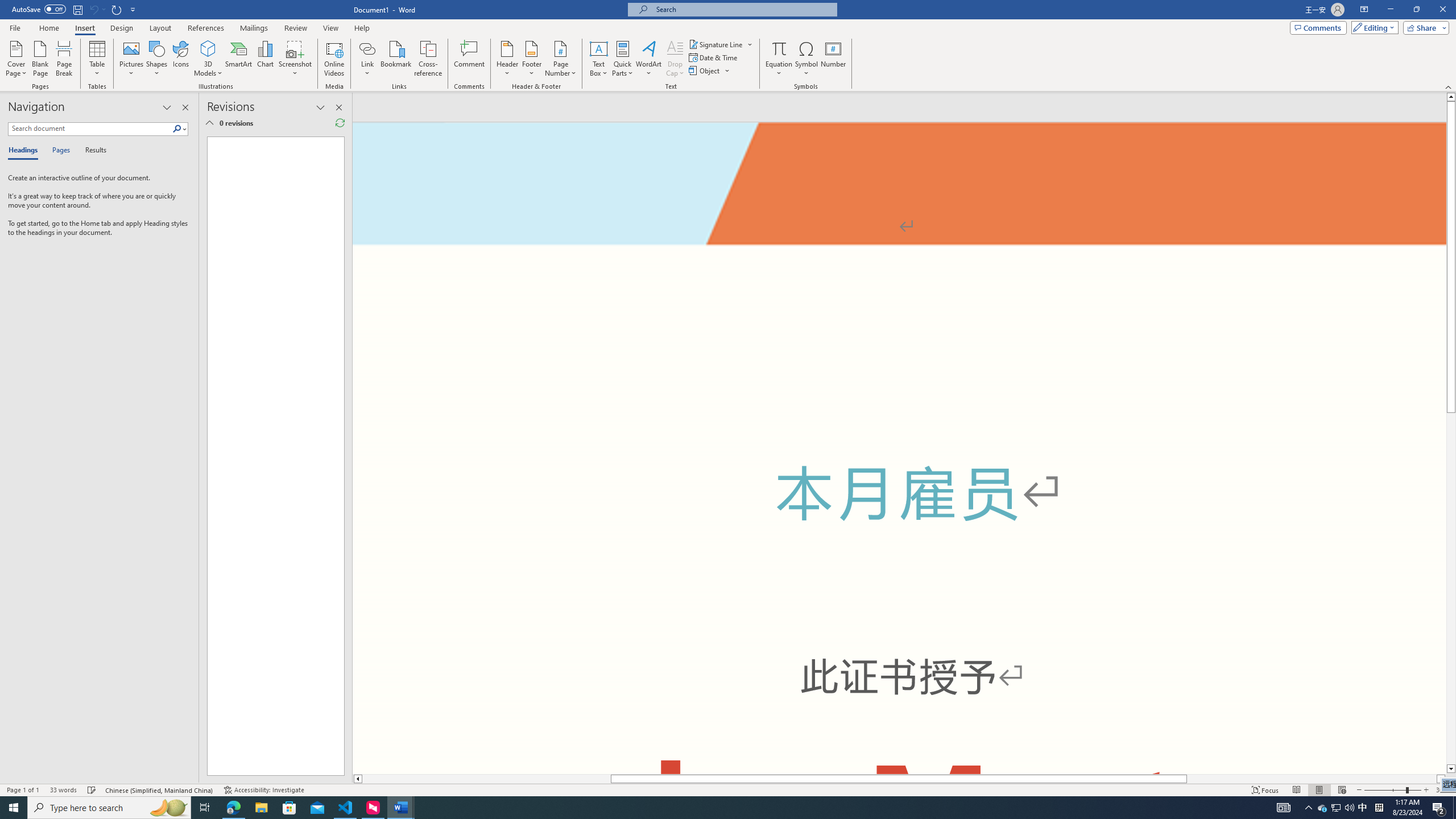 The height and width of the screenshot is (819, 1456). Describe the element at coordinates (833, 59) in the screenshot. I see `'Number...'` at that location.